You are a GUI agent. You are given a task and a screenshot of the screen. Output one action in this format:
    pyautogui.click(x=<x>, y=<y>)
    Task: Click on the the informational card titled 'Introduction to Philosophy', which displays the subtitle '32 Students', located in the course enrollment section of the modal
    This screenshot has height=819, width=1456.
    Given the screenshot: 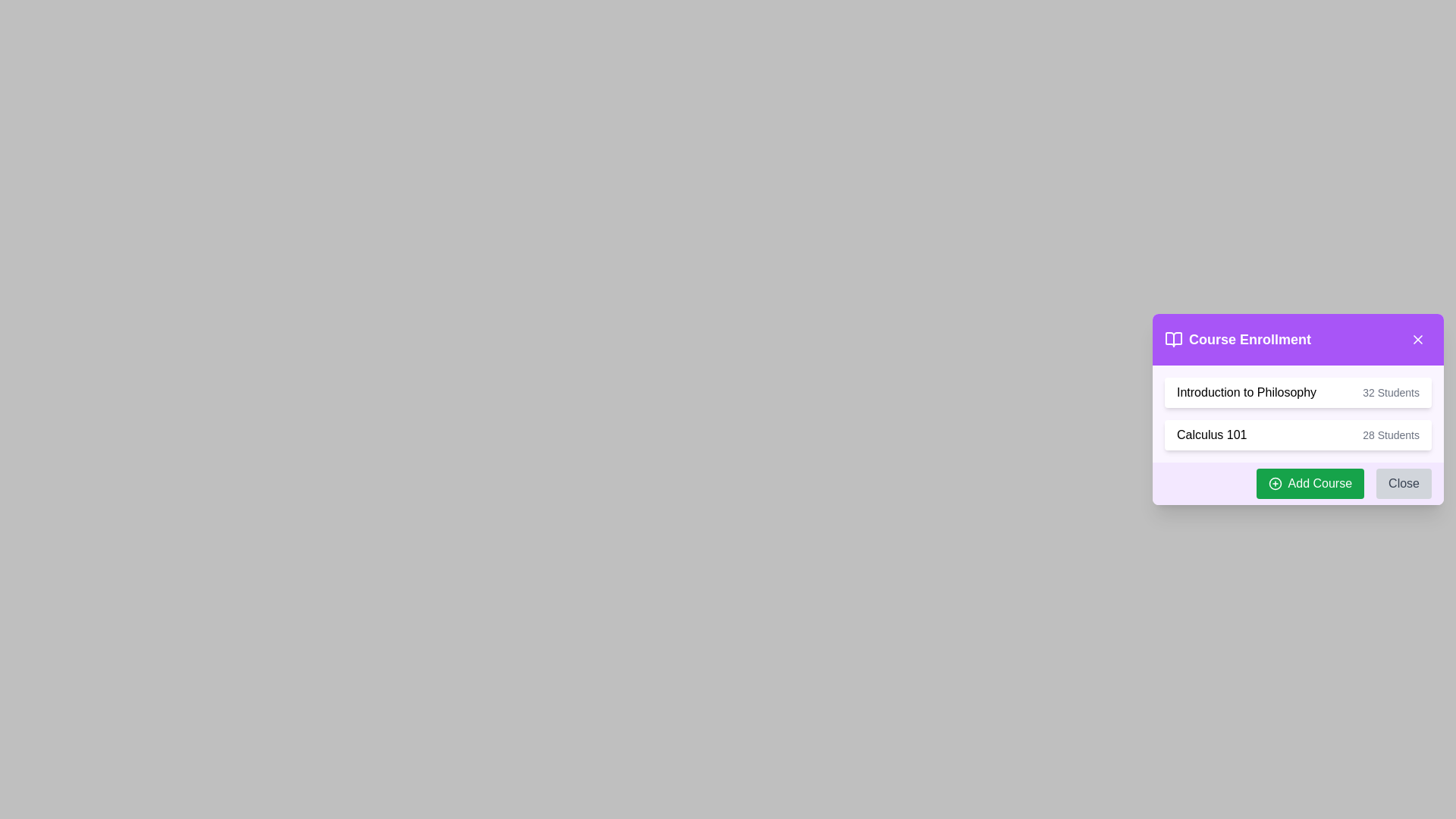 What is the action you would take?
    pyautogui.click(x=1298, y=409)
    